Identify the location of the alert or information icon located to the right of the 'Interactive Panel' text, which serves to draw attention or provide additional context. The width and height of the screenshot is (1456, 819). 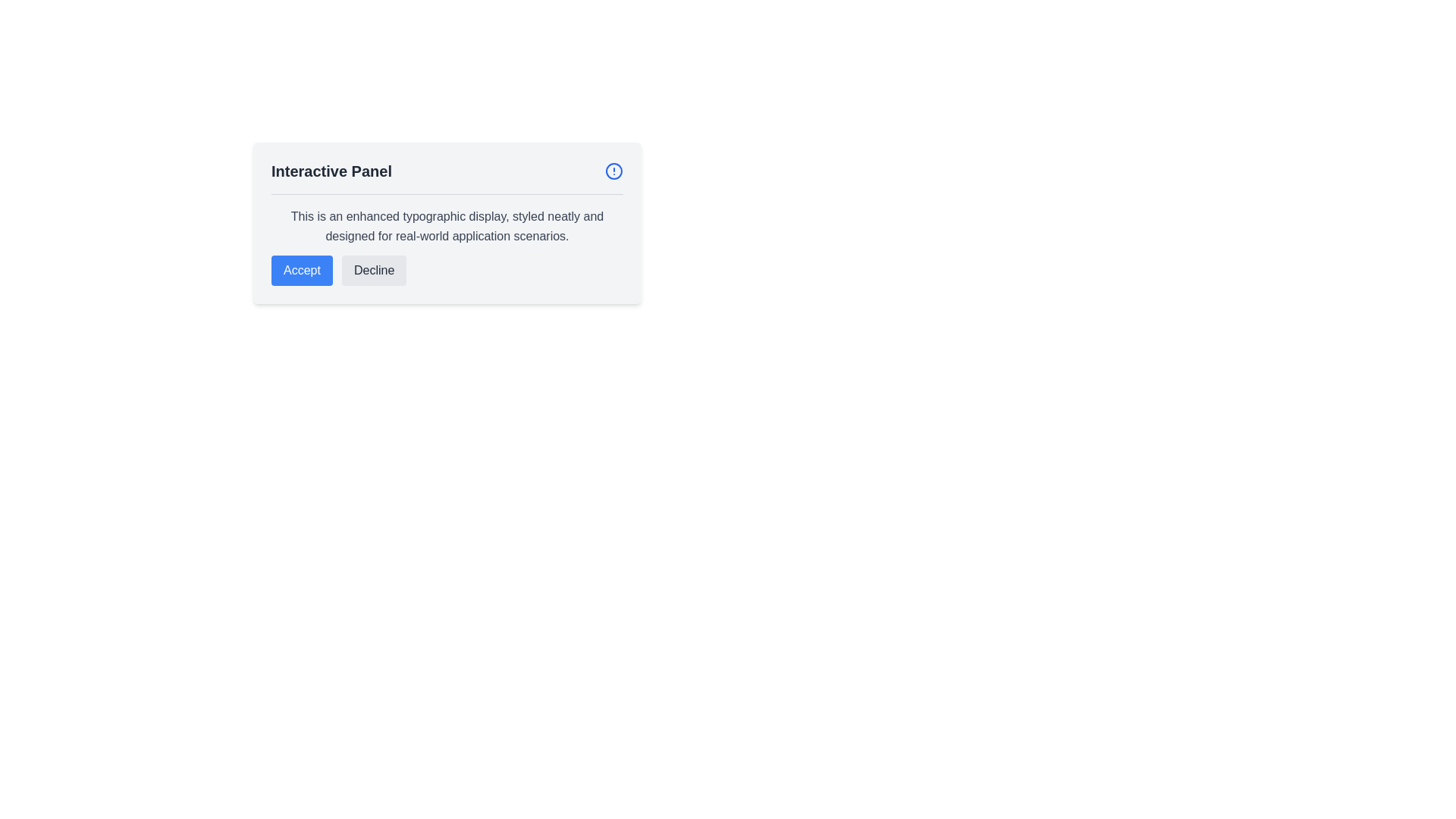
(614, 171).